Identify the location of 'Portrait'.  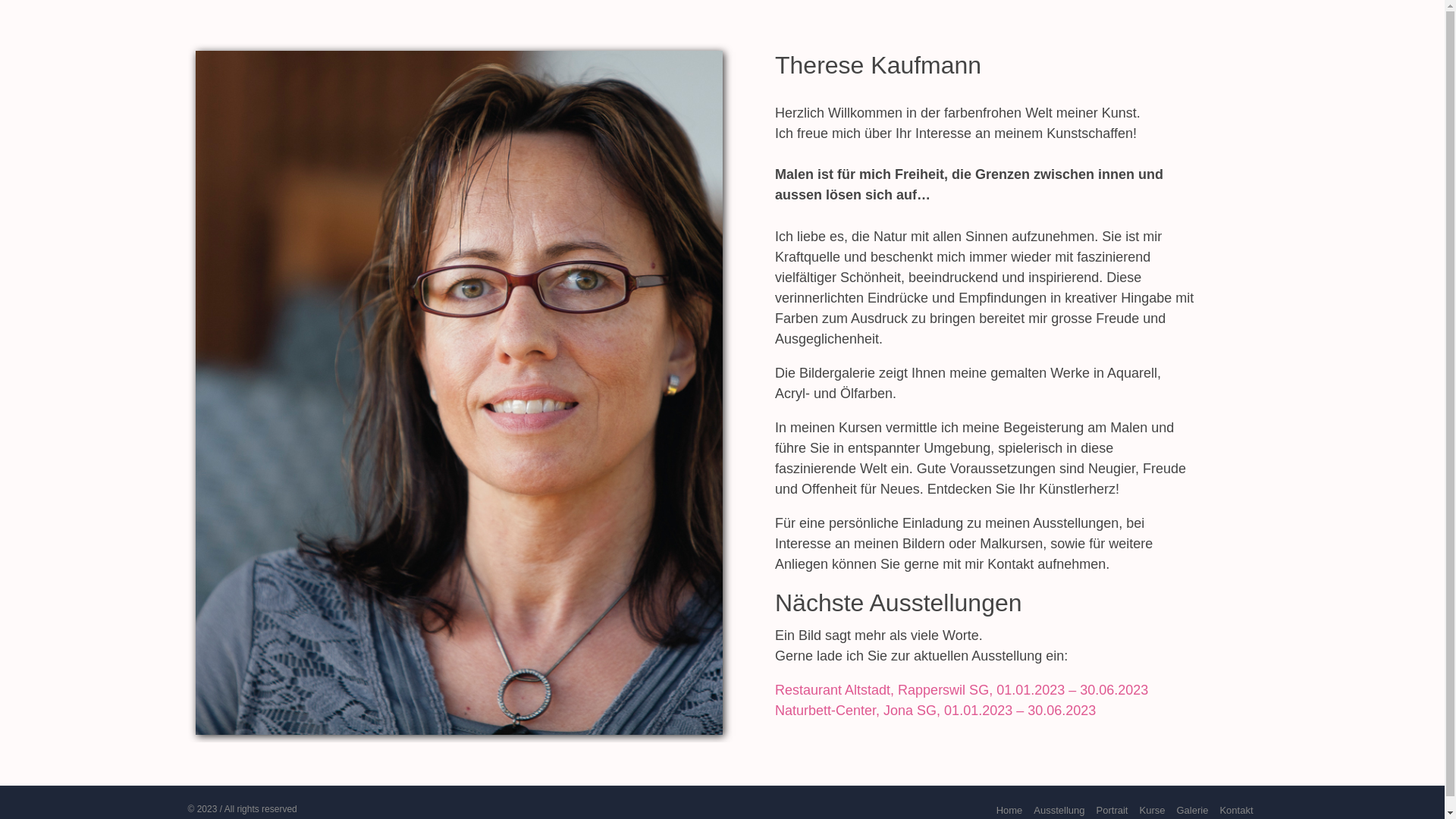
(1112, 809).